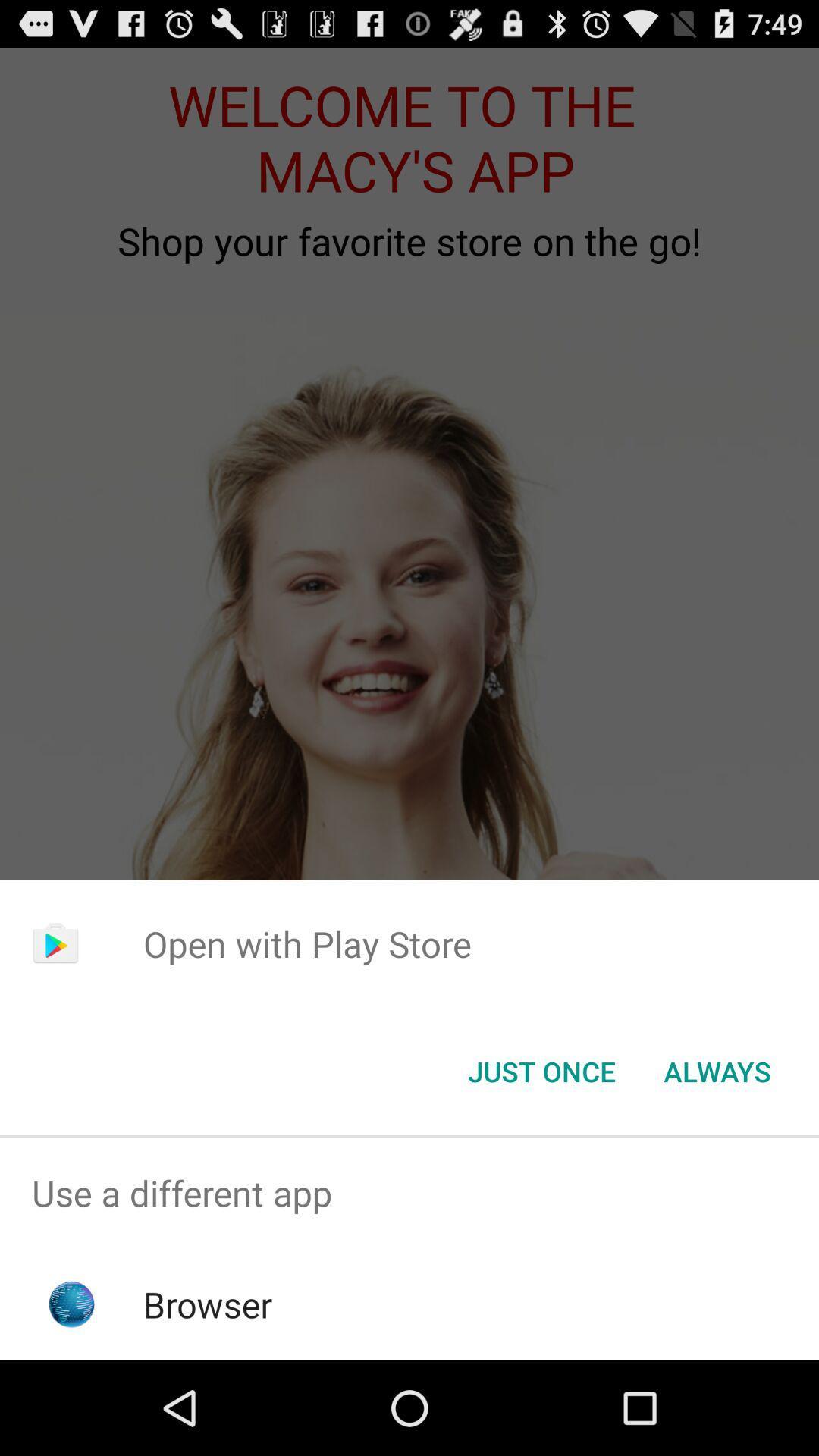 Image resolution: width=819 pixels, height=1456 pixels. What do you see at coordinates (541, 1070) in the screenshot?
I see `the icon below the open with play icon` at bounding box center [541, 1070].